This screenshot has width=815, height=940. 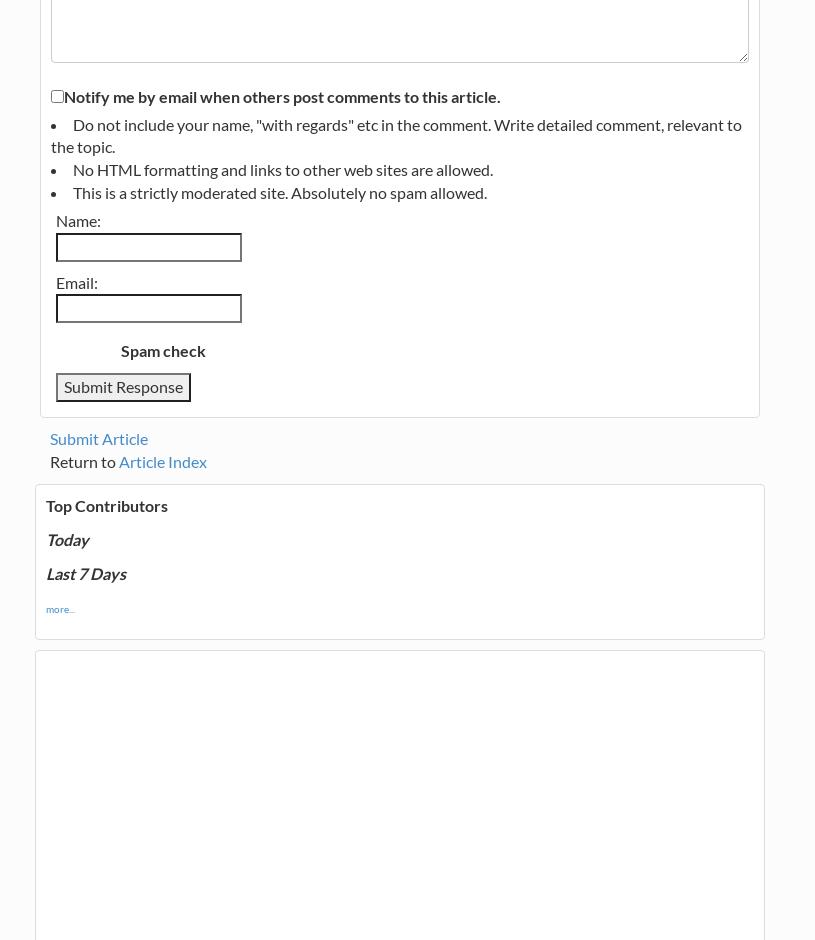 I want to click on 'No HTML formatting and links to other web sites are allowed.', so click(x=281, y=169).